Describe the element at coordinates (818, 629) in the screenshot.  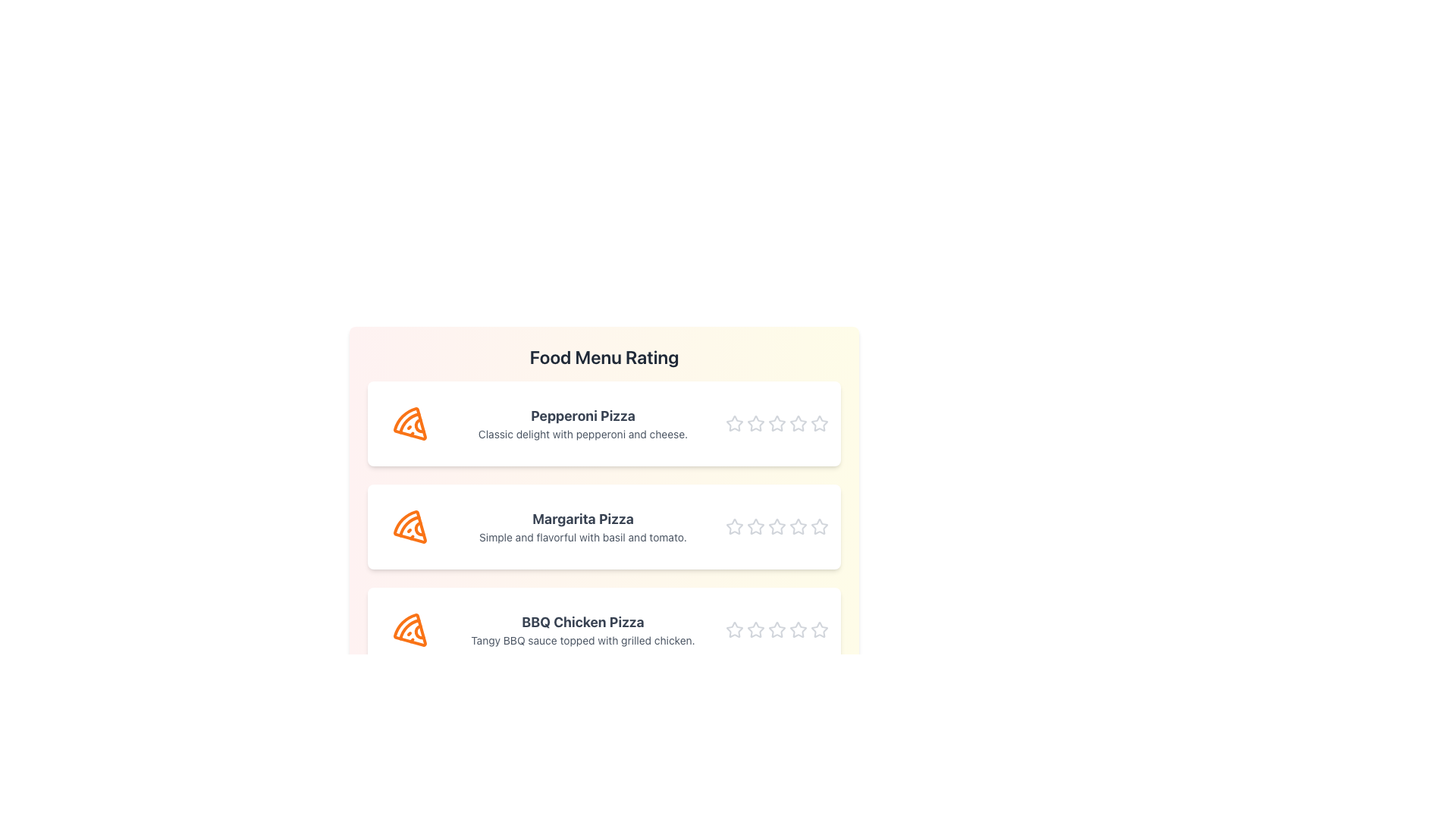
I see `the fifth star-shaped icon to rate maximum for BBQ Chicken Pizza` at that location.